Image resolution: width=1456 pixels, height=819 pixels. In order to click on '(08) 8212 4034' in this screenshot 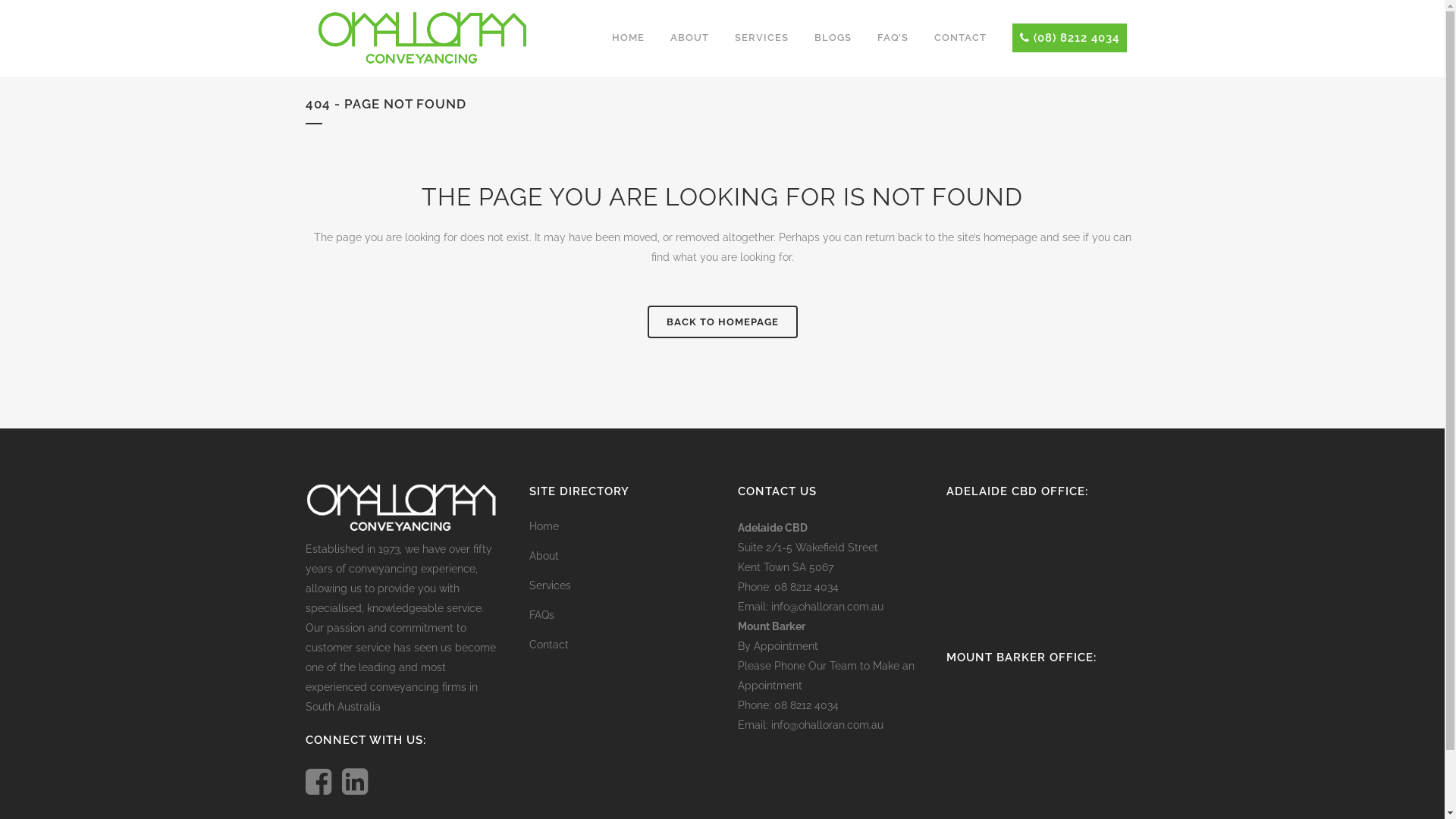, I will do `click(1068, 37)`.